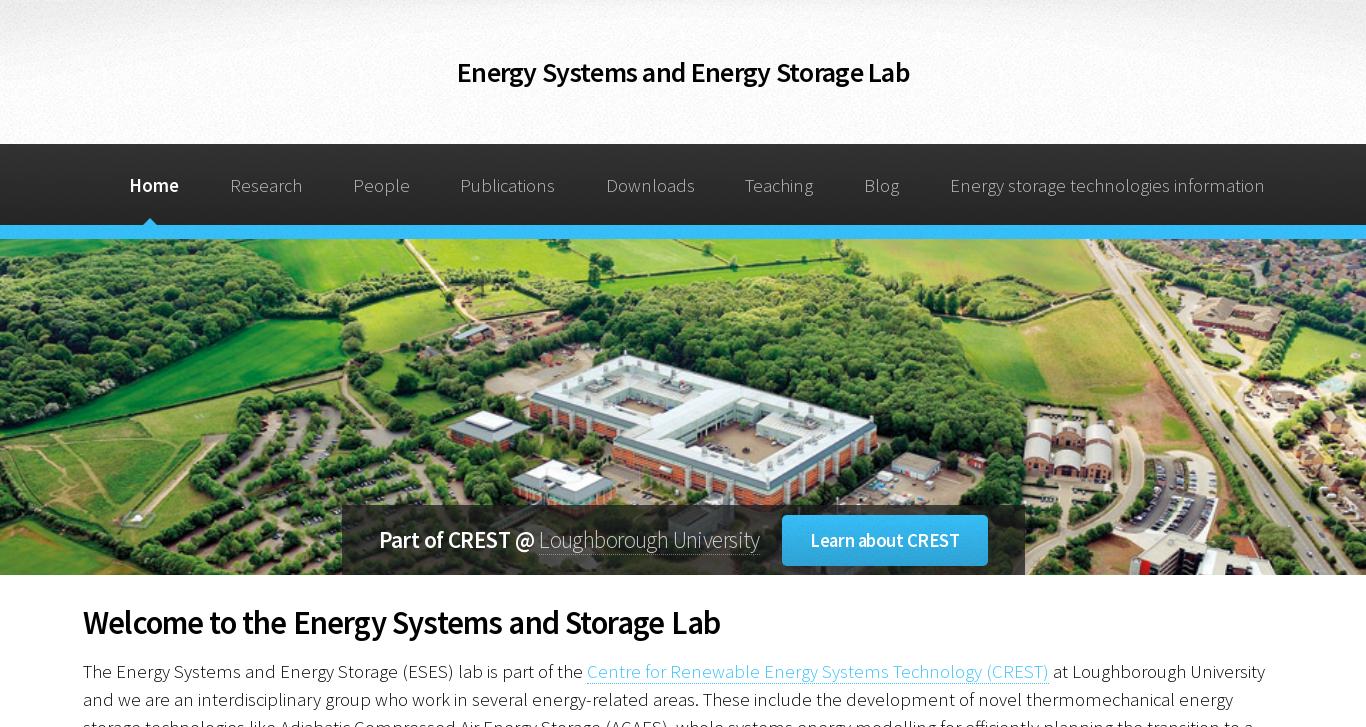  Describe the element at coordinates (458, 537) in the screenshot. I see `'Part of CREST @'` at that location.